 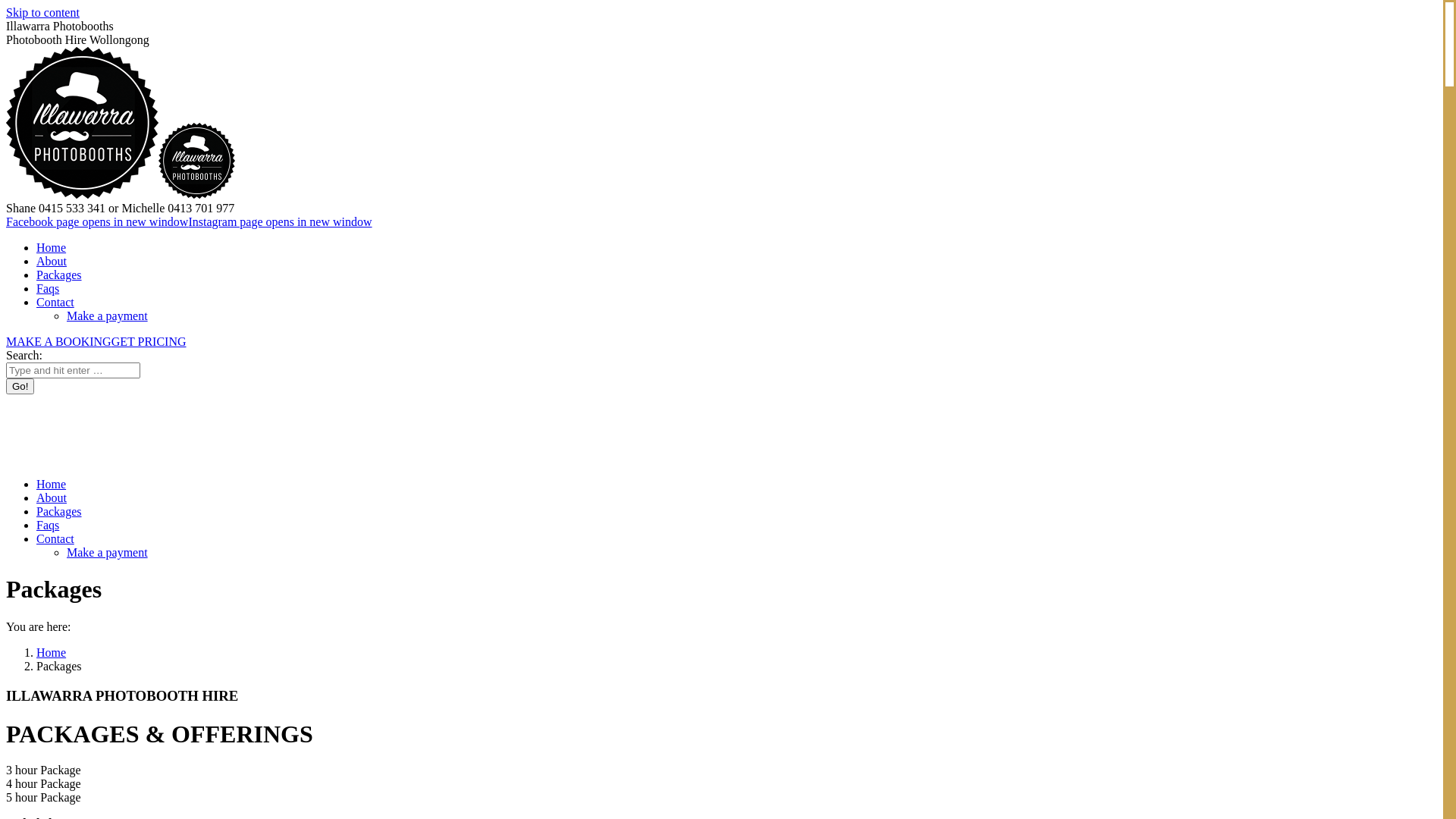 I want to click on 'About', so click(x=51, y=260).